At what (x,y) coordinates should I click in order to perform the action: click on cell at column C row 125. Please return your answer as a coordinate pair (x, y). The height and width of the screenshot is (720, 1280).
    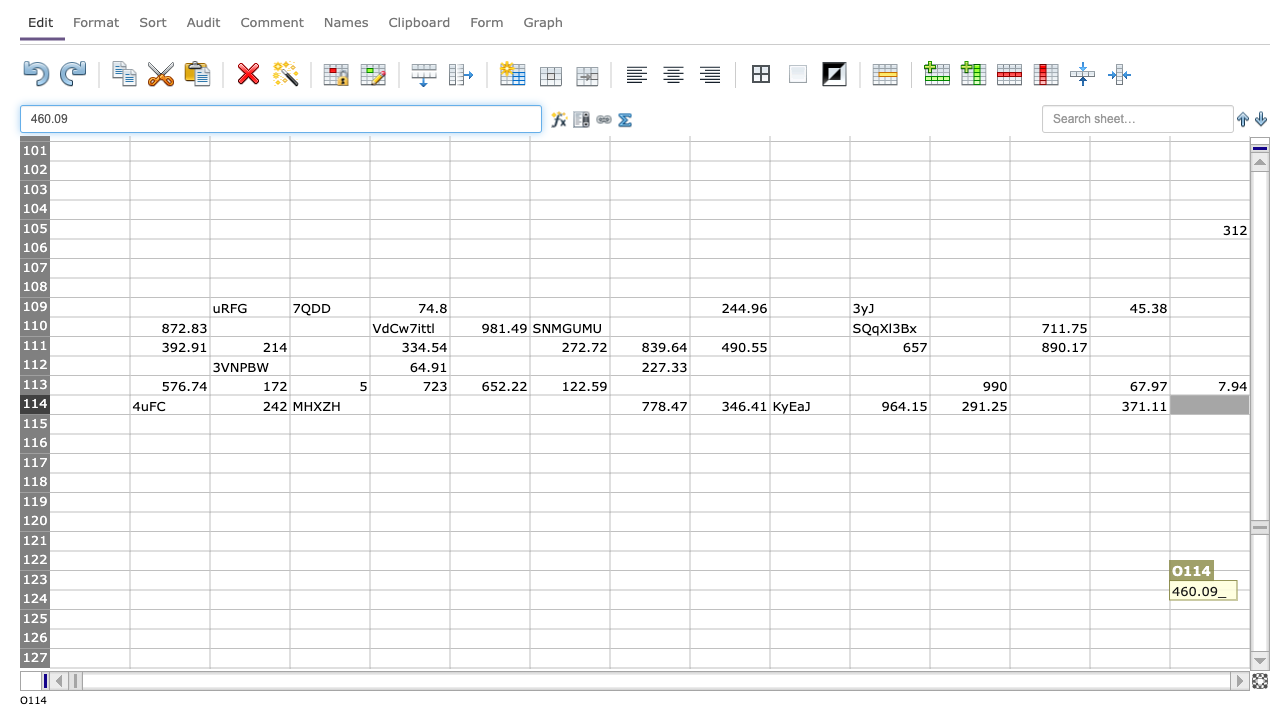
    Looking at the image, I should click on (248, 618).